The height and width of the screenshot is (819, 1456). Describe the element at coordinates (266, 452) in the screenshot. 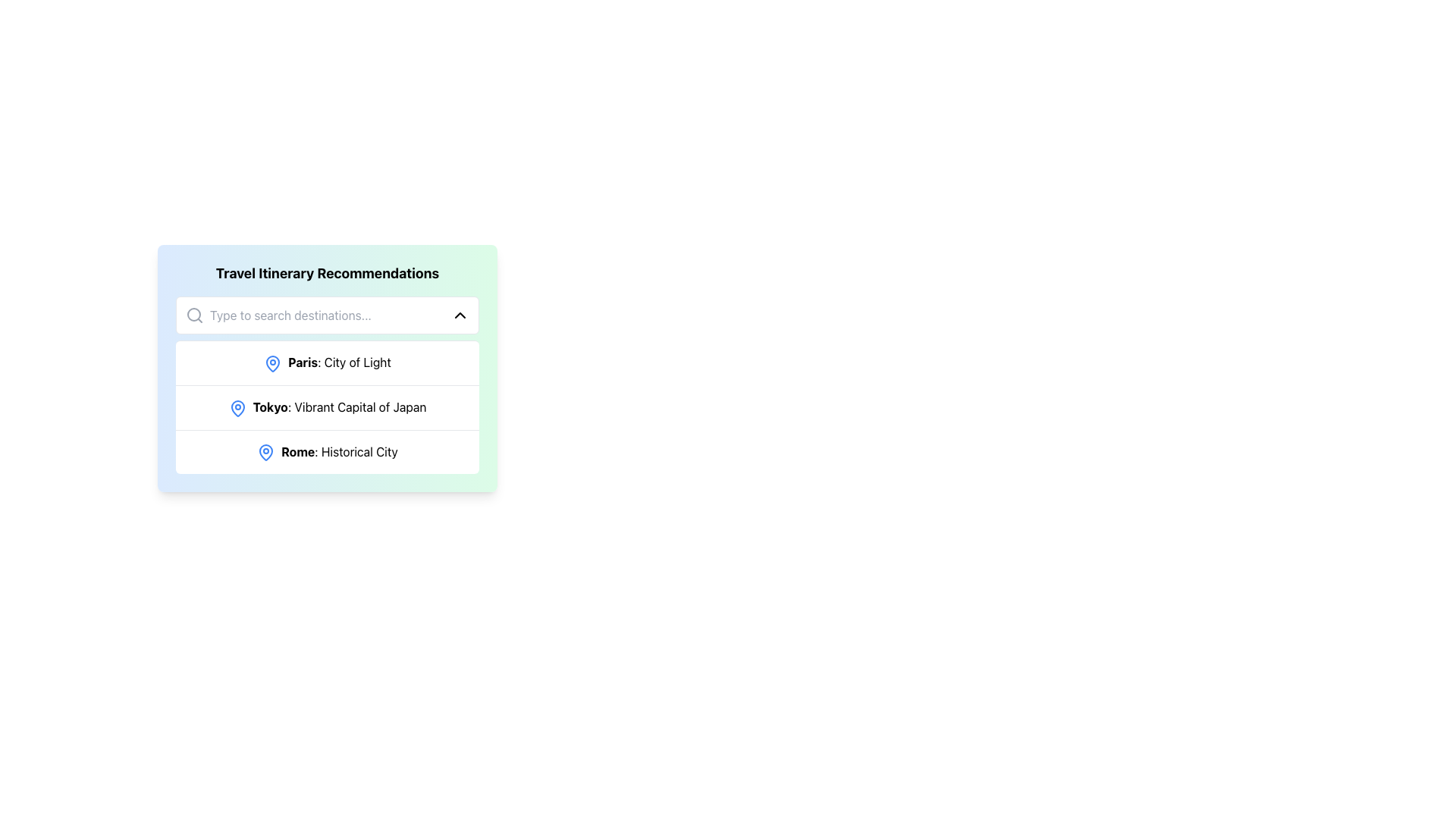

I see `the geographic location icon representing 'Rome: Historical City' in the 'Travel Itinerary Recommendations' section` at that location.